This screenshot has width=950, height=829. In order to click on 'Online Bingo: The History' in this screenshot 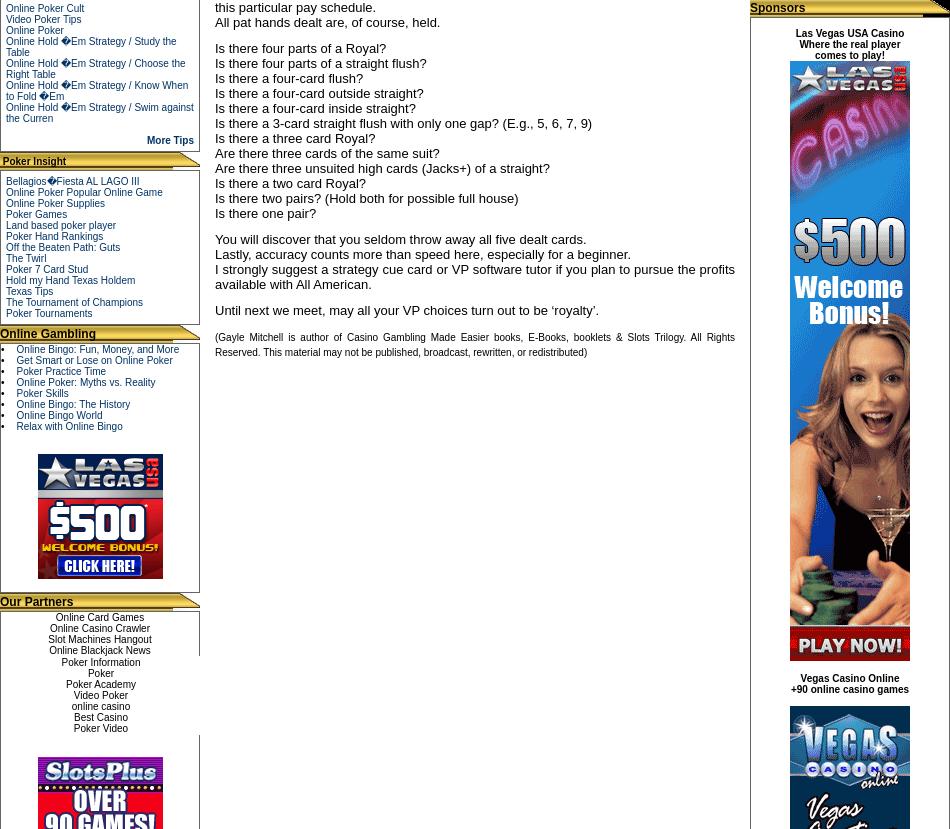, I will do `click(72, 404)`.